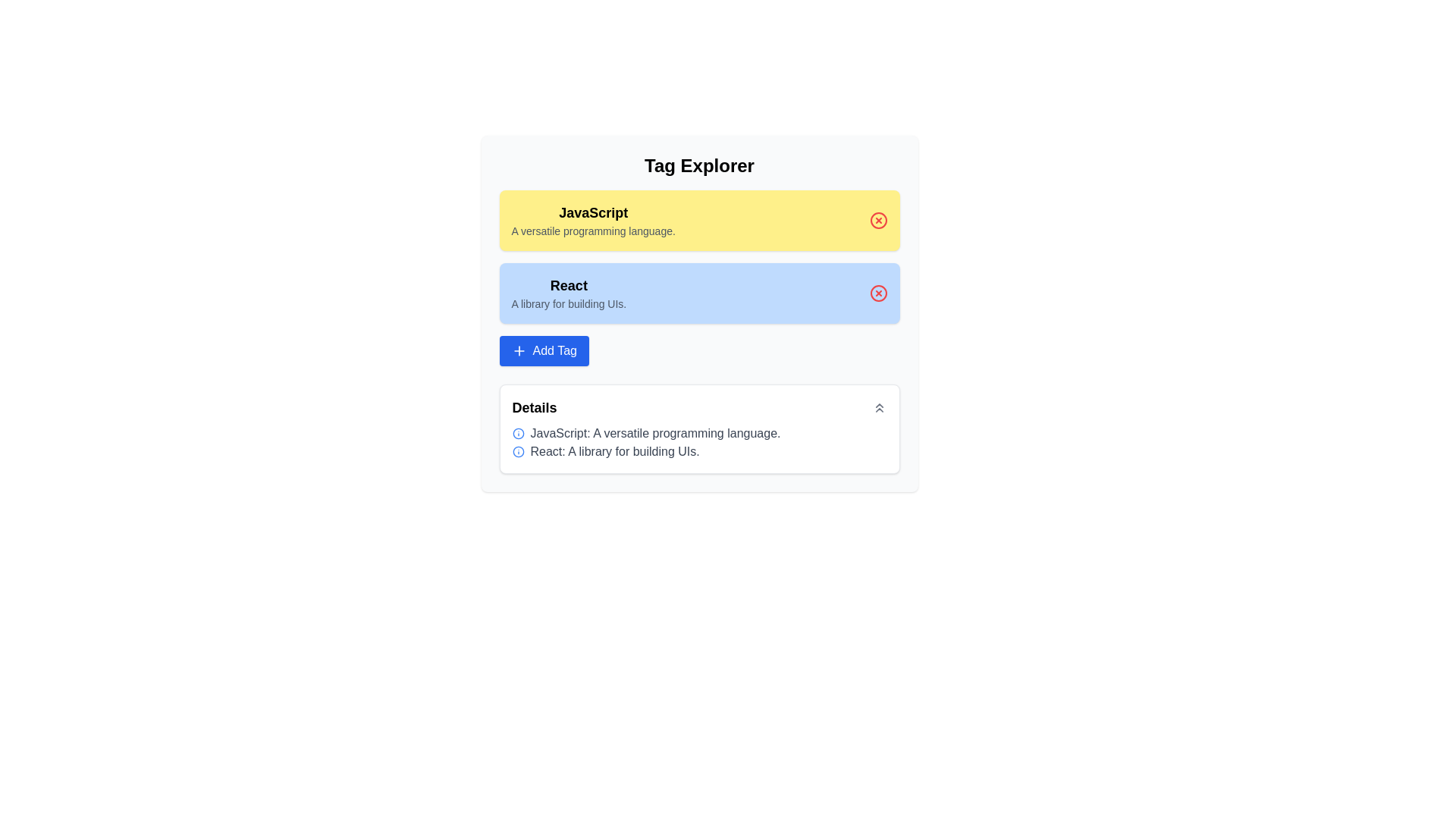 The width and height of the screenshot is (1456, 819). What do you see at coordinates (544, 350) in the screenshot?
I see `the 'Add Tag' button with a blue background and white text, located below the 'React' section in the 'Tag Explorer' panel` at bounding box center [544, 350].